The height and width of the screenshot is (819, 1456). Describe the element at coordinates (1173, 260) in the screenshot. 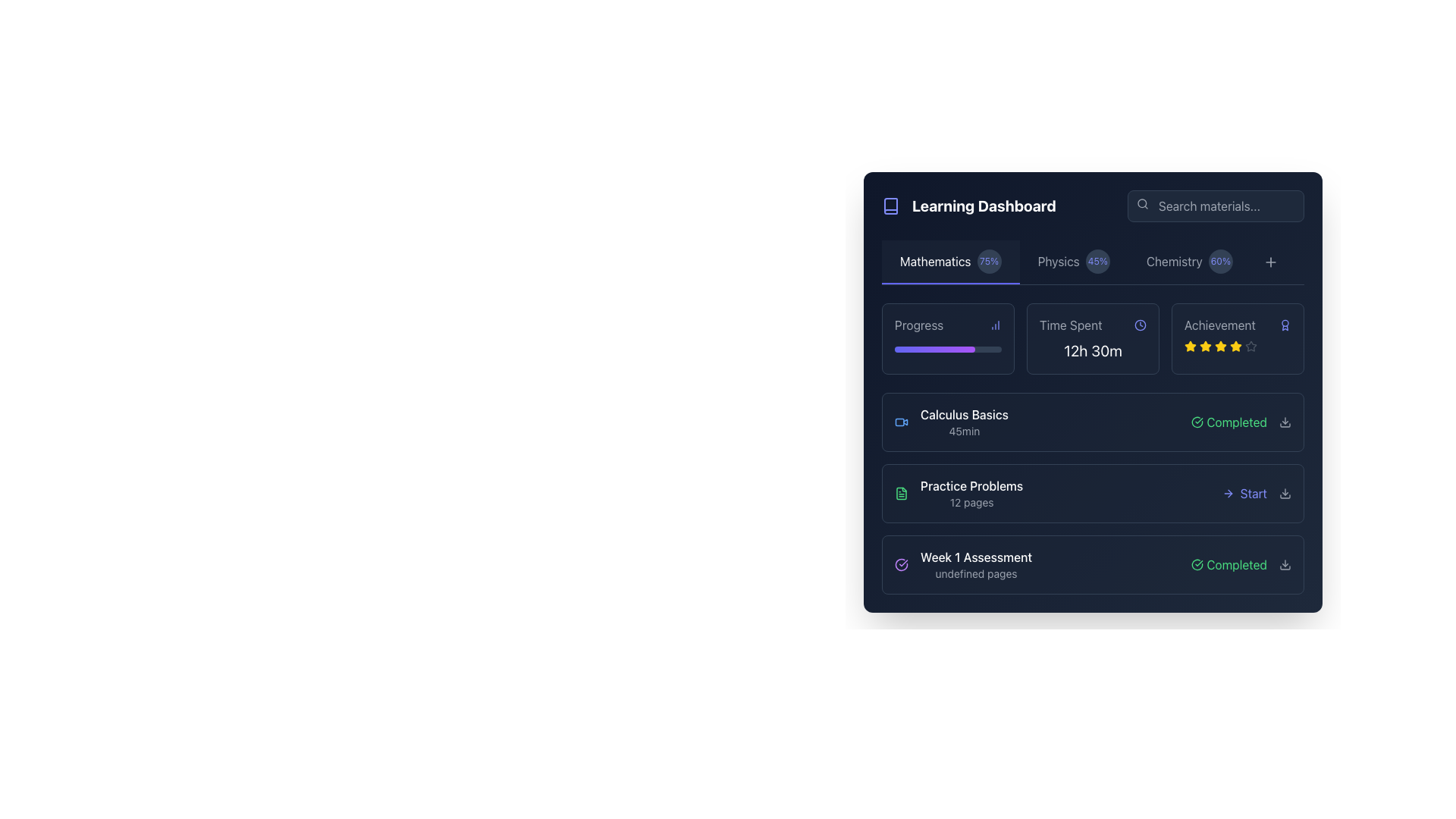

I see `the 'Chemistry' text label in the learning dashboard` at that location.